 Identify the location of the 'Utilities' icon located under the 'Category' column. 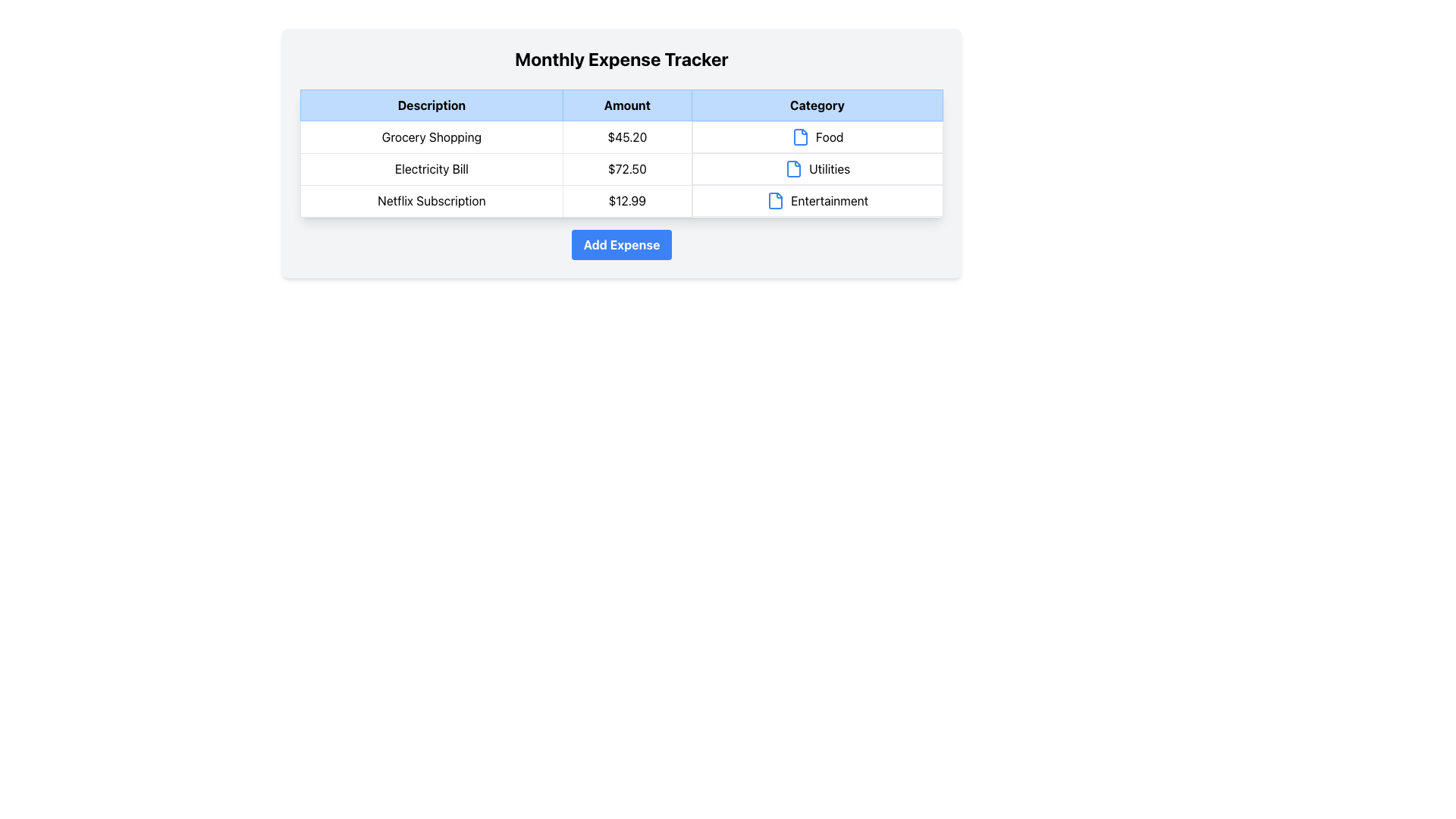
(793, 169).